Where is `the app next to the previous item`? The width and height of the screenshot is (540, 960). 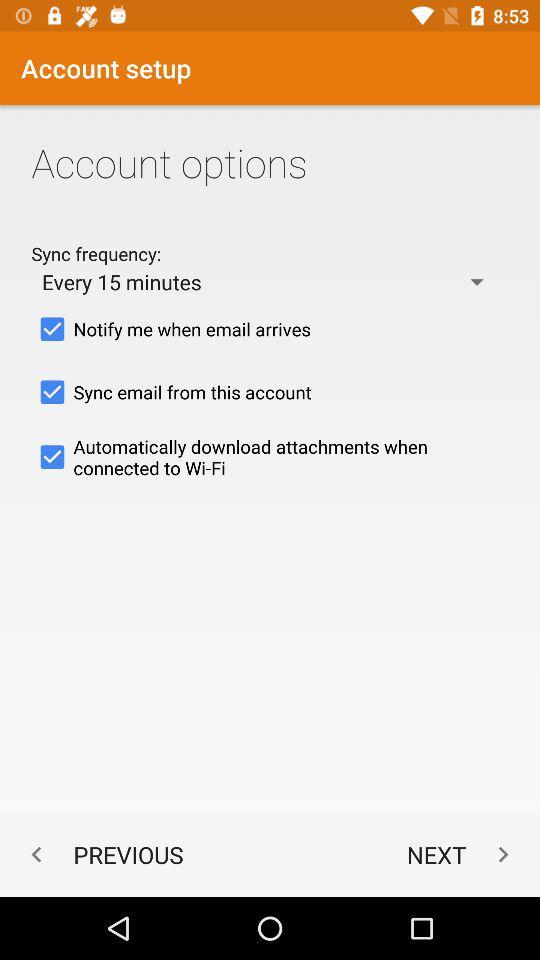 the app next to the previous item is located at coordinates (462, 853).